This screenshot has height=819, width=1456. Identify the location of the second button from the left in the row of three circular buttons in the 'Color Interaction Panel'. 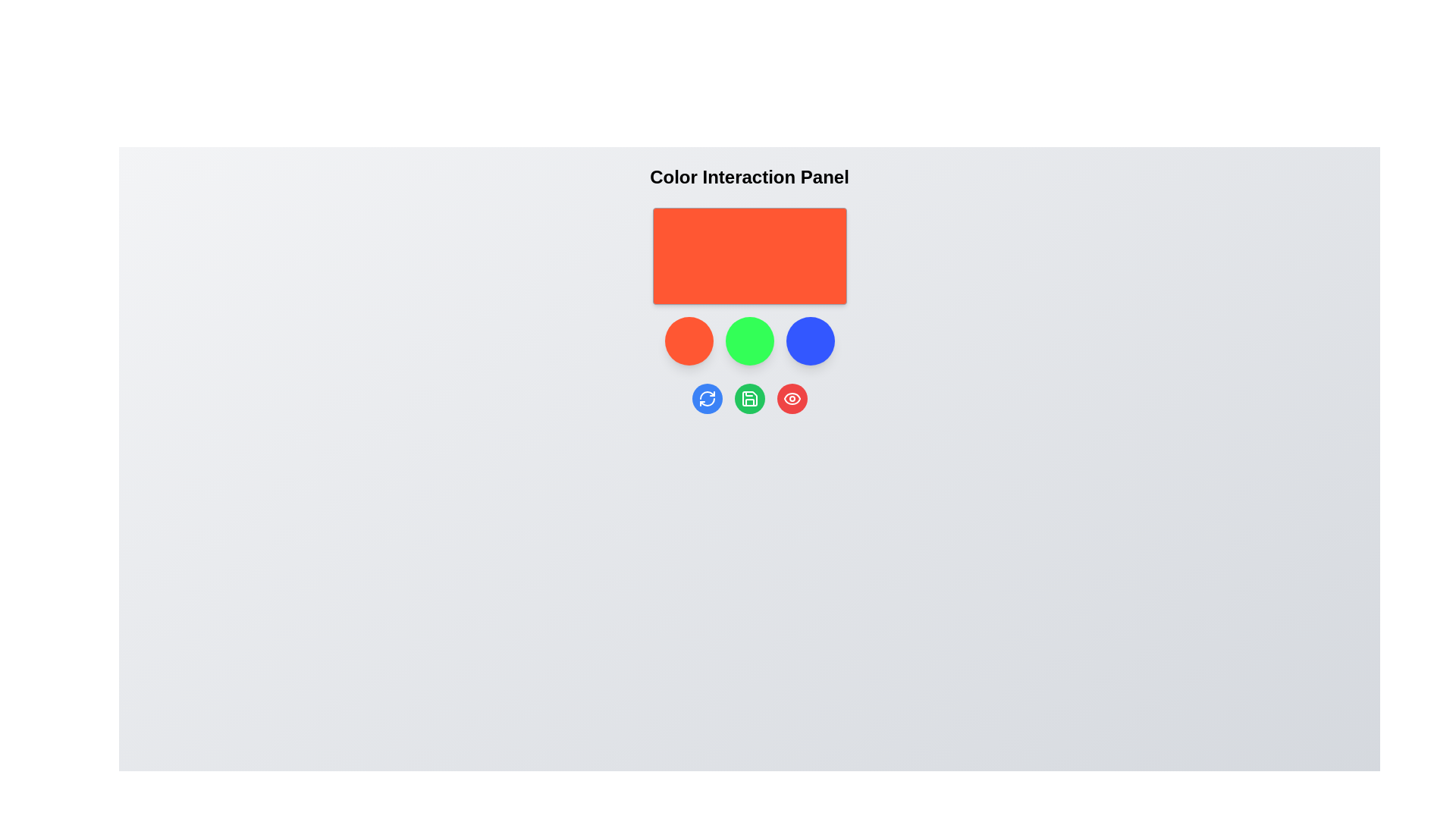
(749, 397).